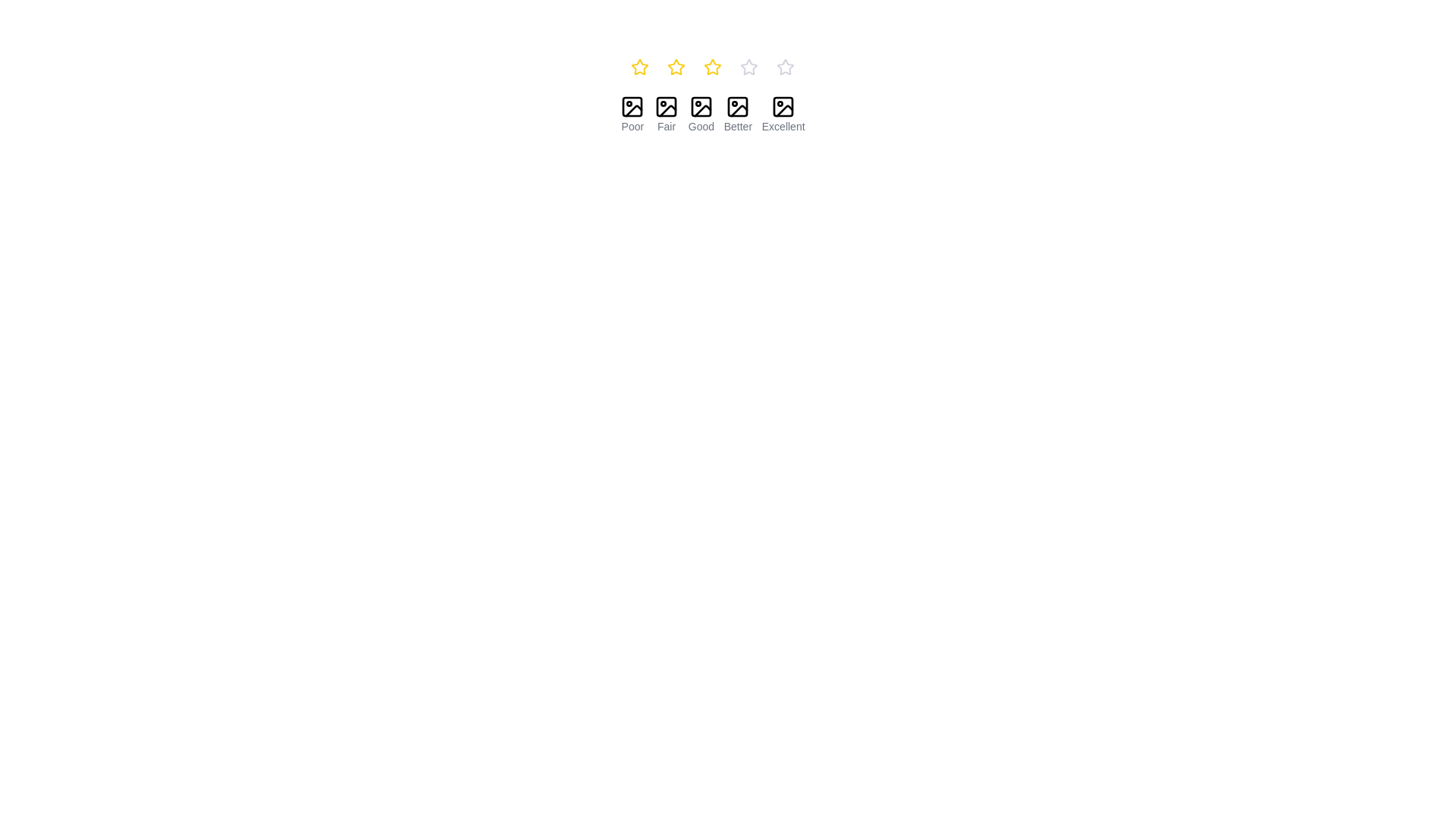 This screenshot has width=1456, height=819. What do you see at coordinates (712, 66) in the screenshot?
I see `the third star icon in the horizontal set of five rating stars` at bounding box center [712, 66].